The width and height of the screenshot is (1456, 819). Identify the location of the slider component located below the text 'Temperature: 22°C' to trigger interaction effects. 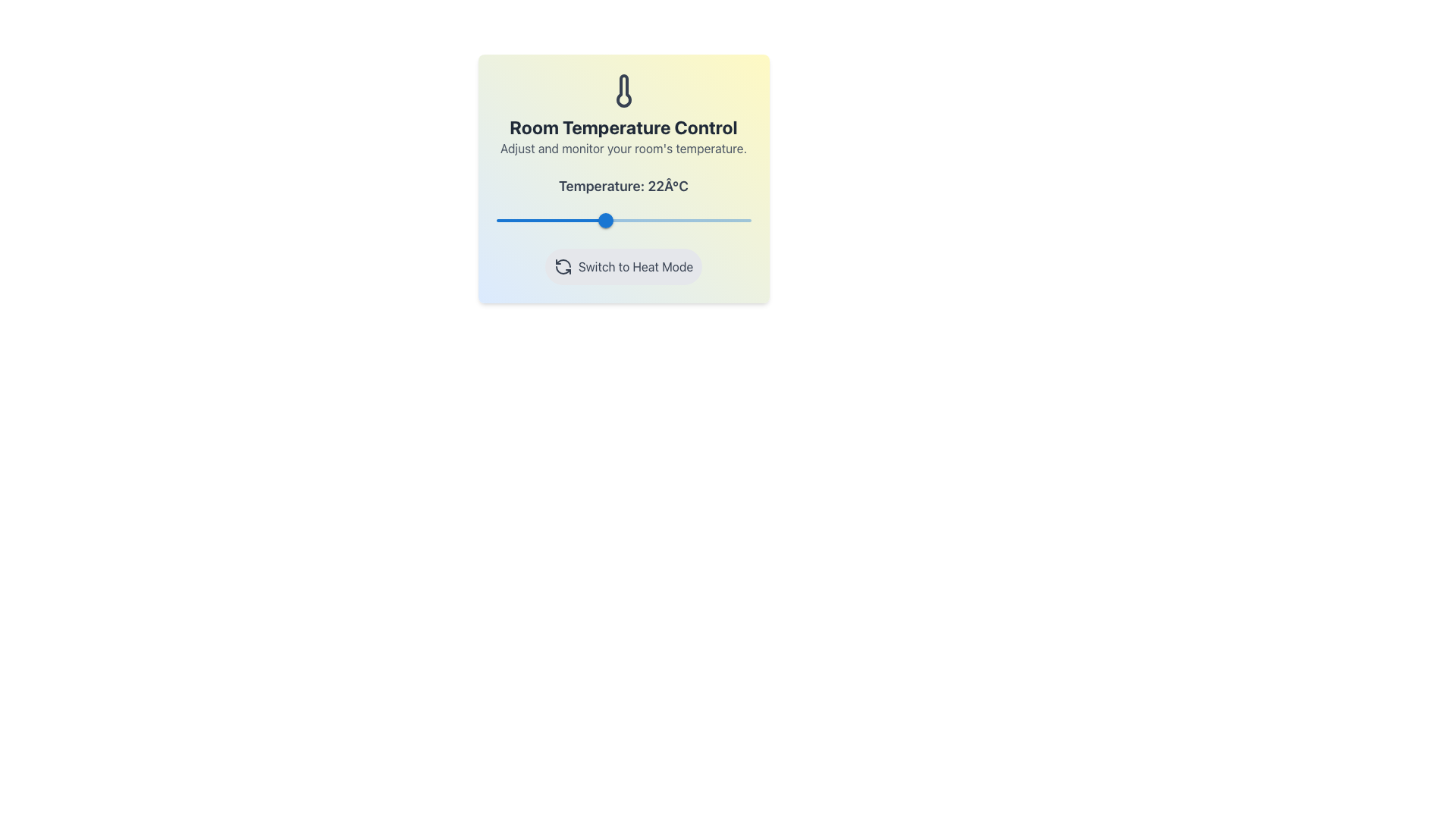
(623, 220).